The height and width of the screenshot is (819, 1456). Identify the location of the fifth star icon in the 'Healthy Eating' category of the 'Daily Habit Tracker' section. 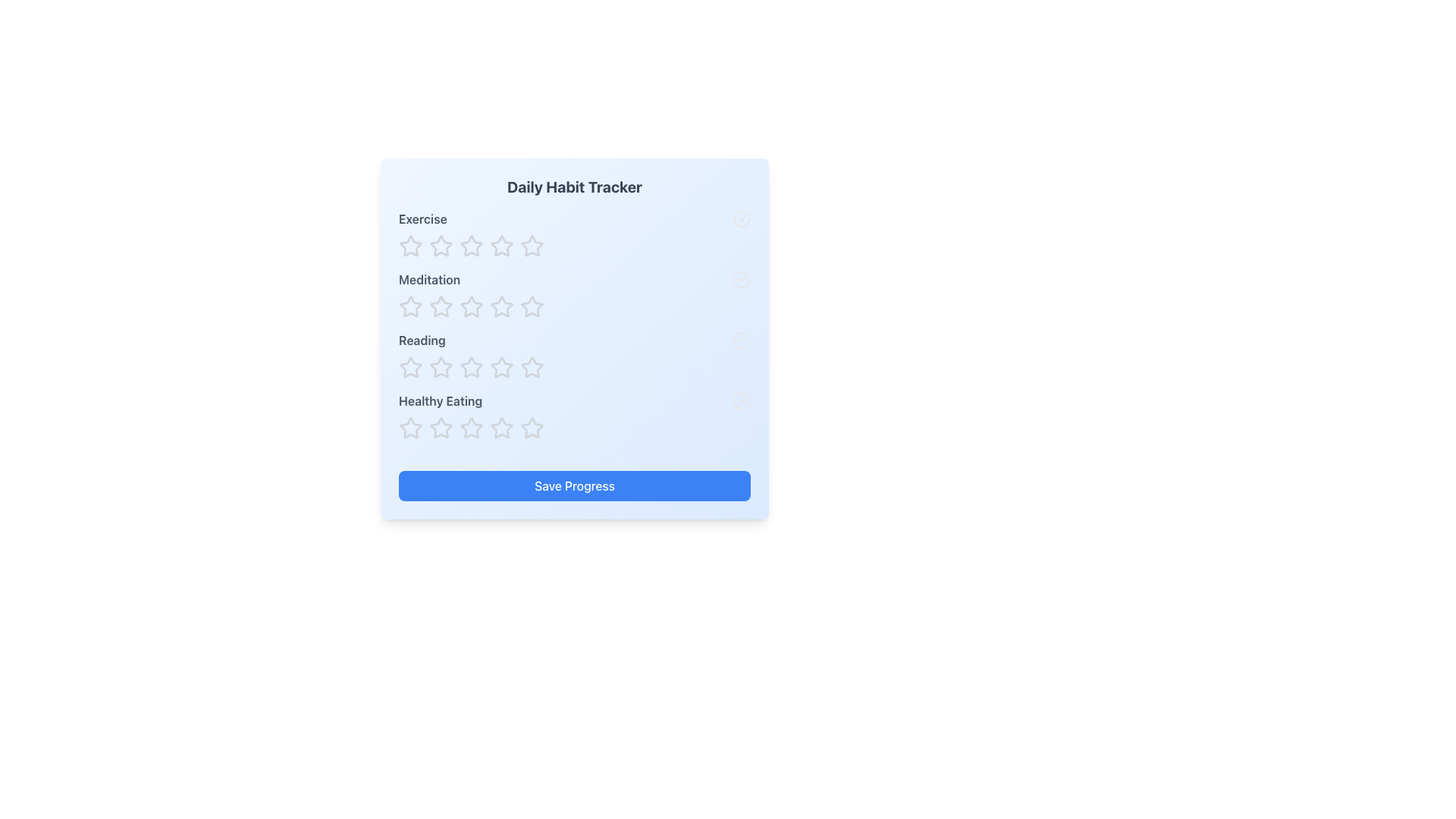
(502, 428).